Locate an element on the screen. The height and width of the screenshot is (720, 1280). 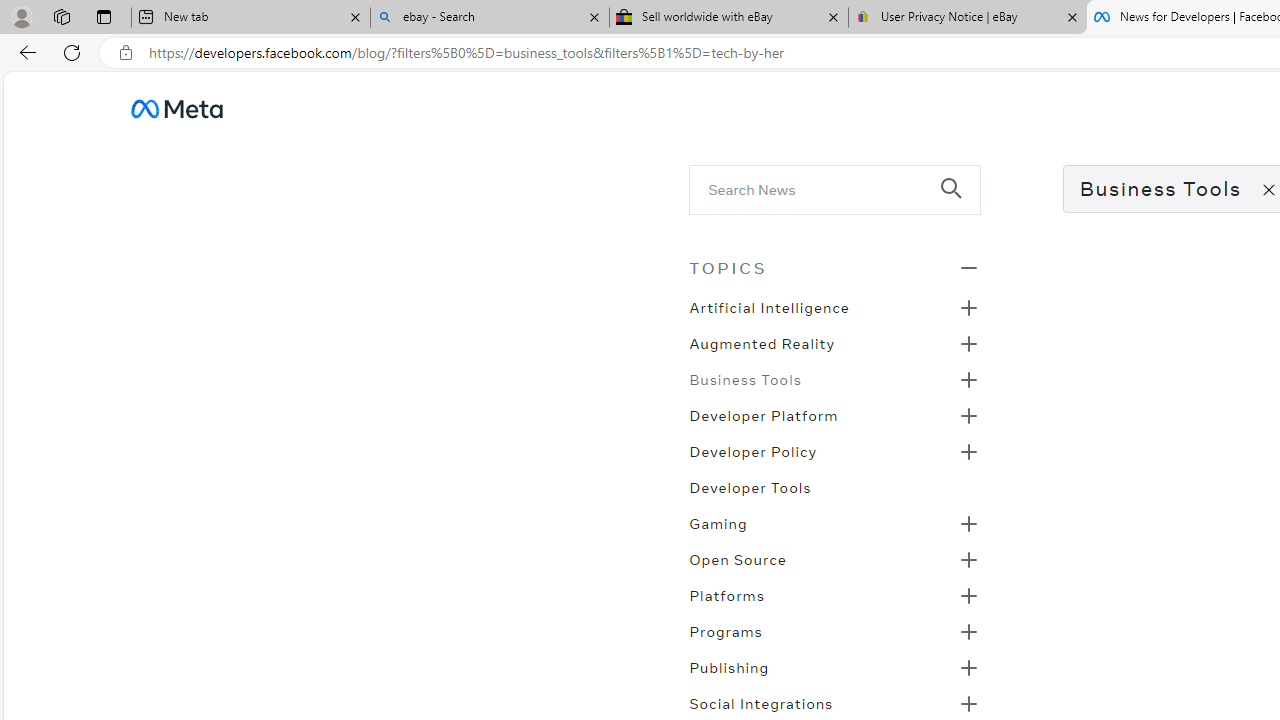
'Developer Policy' is located at coordinates (752, 450).